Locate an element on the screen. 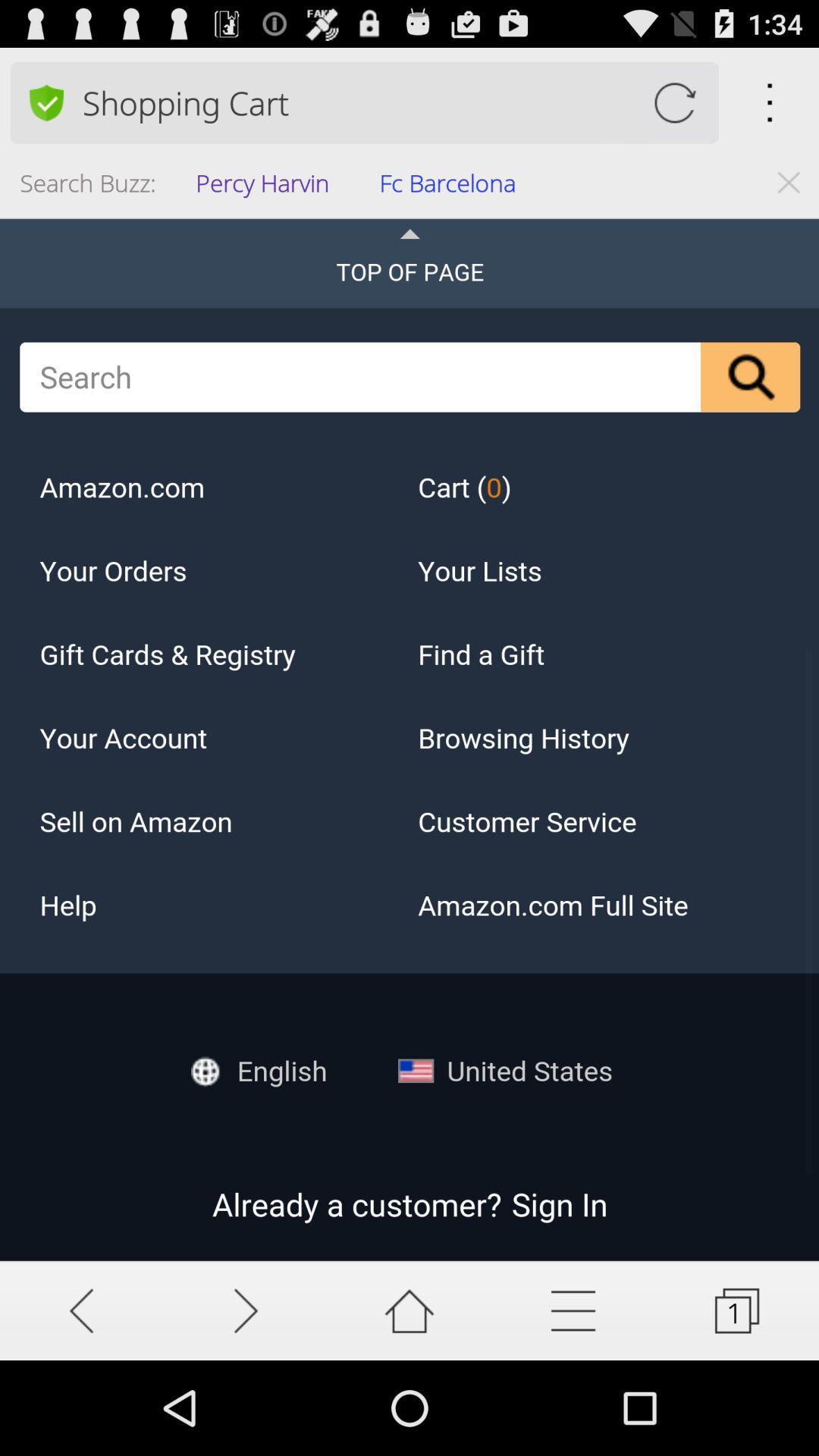  show listings is located at coordinates (573, 1310).